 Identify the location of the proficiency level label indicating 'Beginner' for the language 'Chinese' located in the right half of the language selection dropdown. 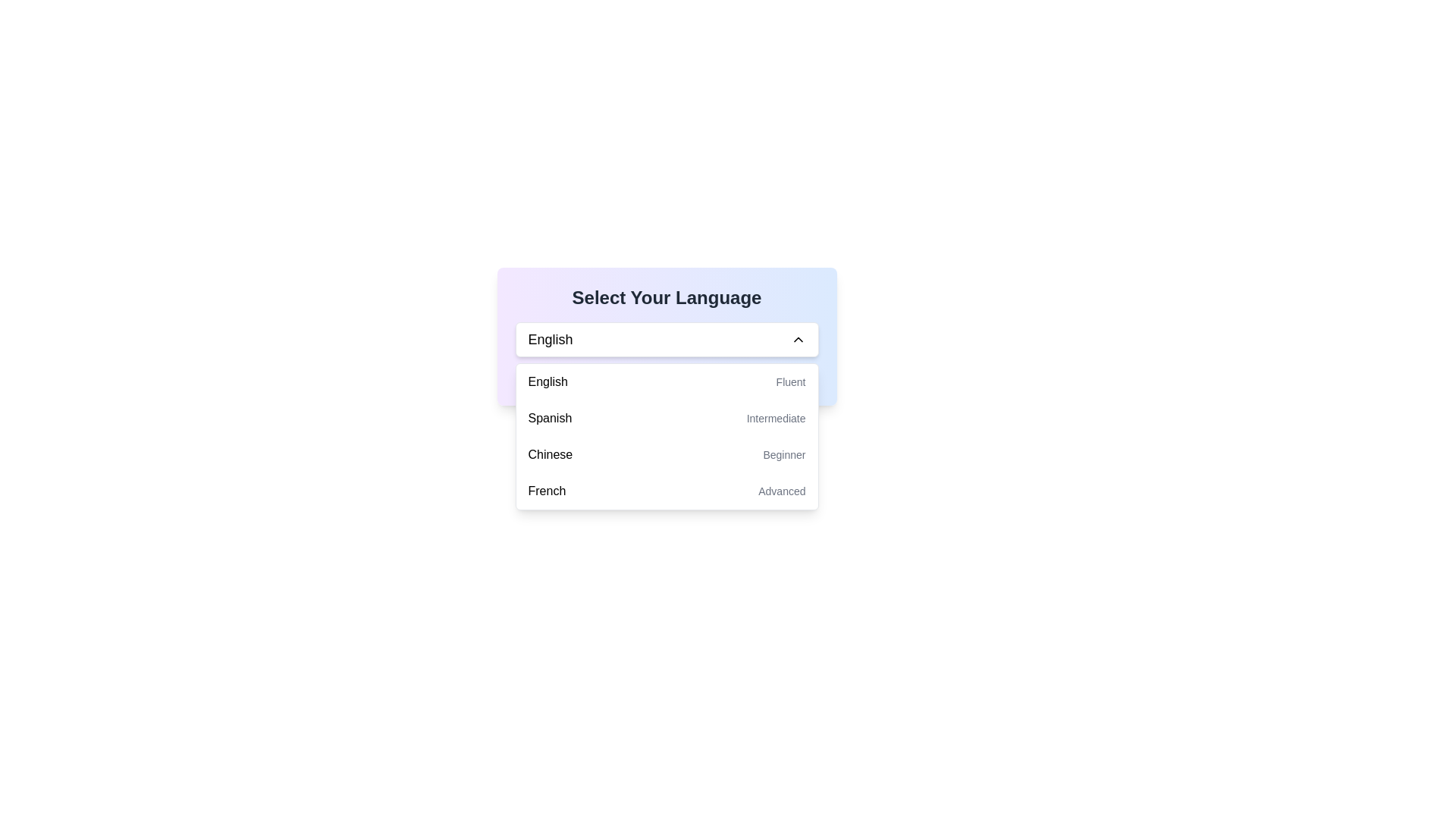
(784, 454).